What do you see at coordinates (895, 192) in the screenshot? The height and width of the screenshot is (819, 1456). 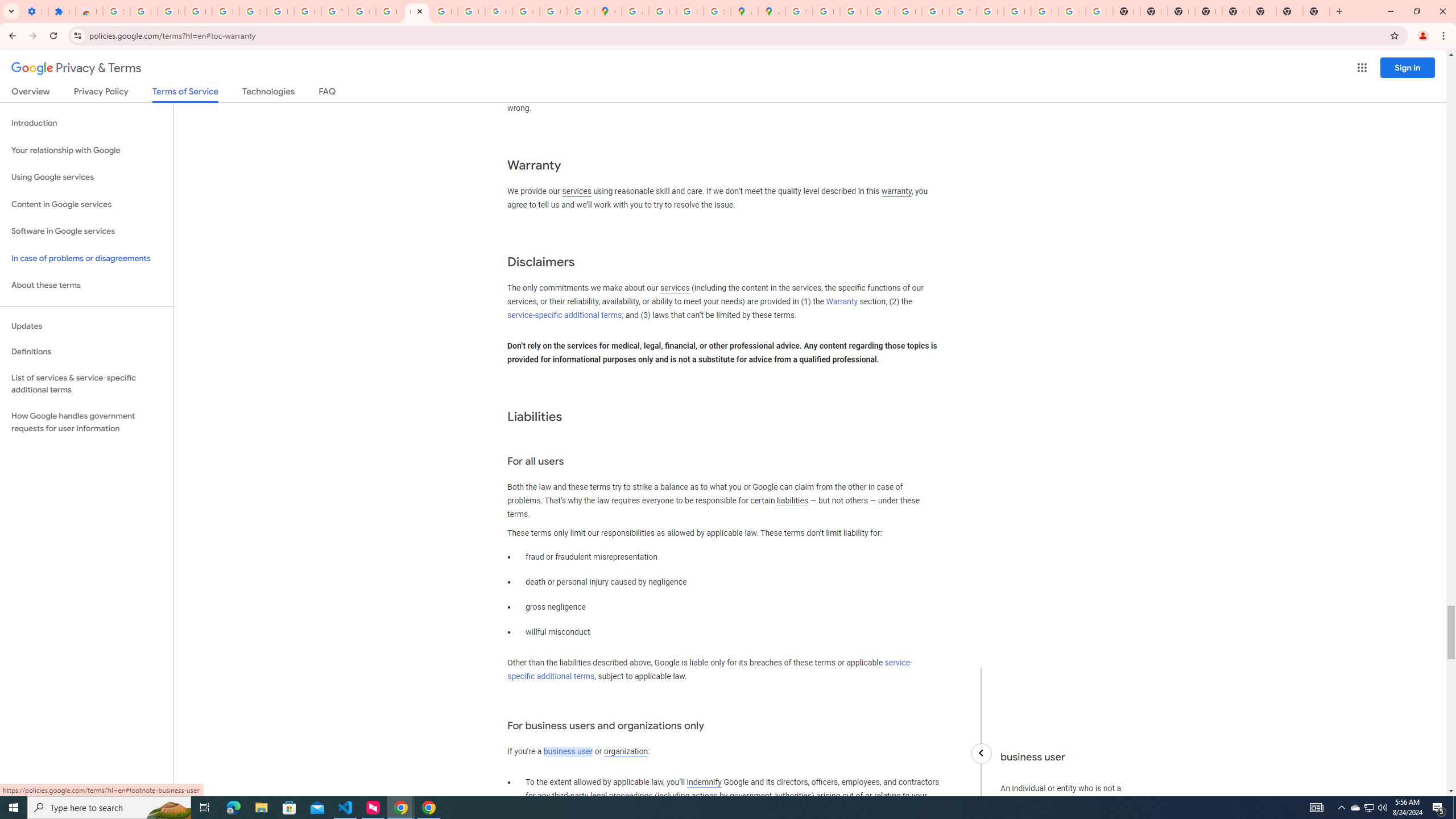 I see `'warranty'` at bounding box center [895, 192].